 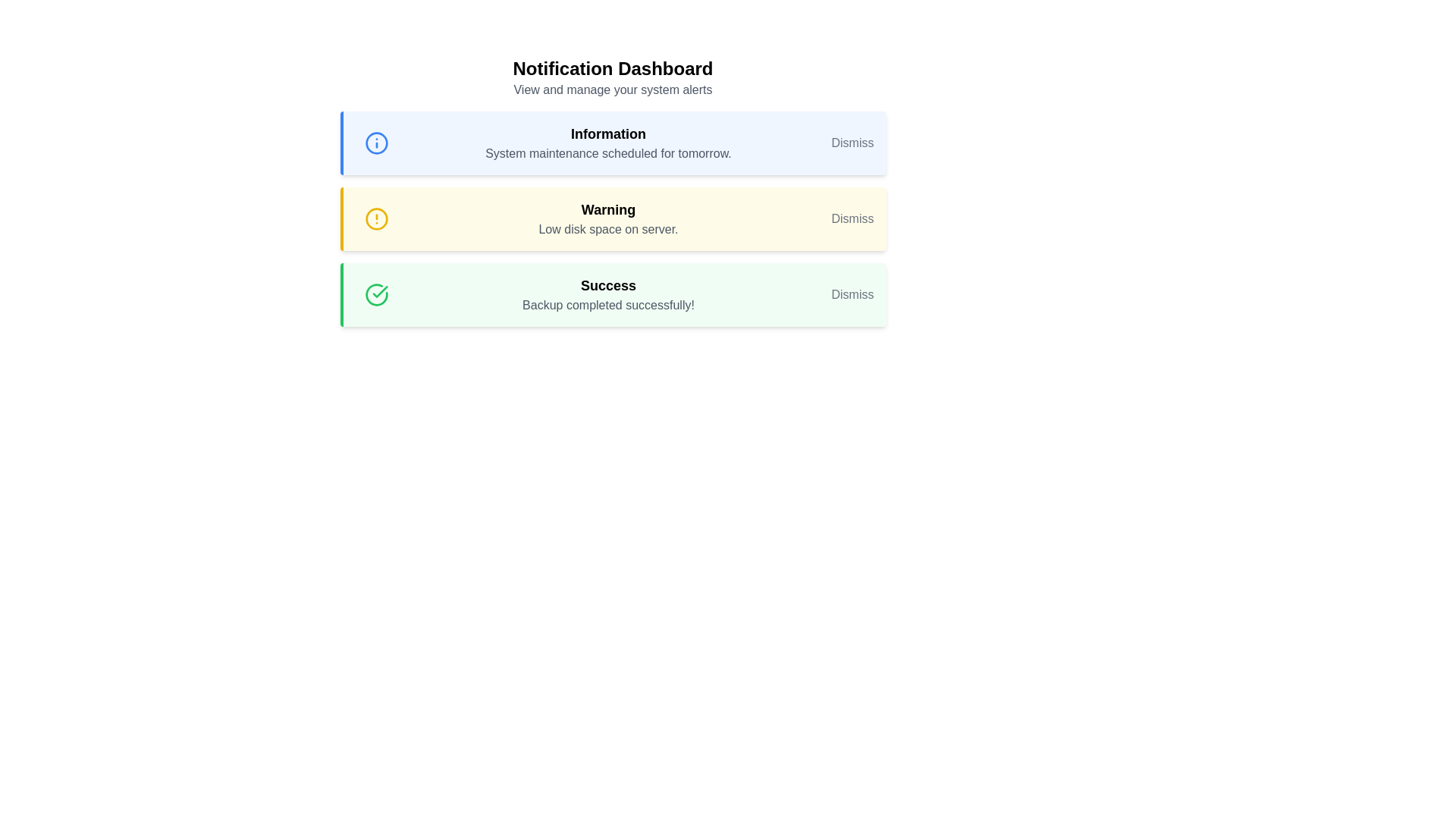 I want to click on the second notification box displaying a warning message about low disk space on the server, located between 'Information' and 'Success', so click(x=608, y=219).